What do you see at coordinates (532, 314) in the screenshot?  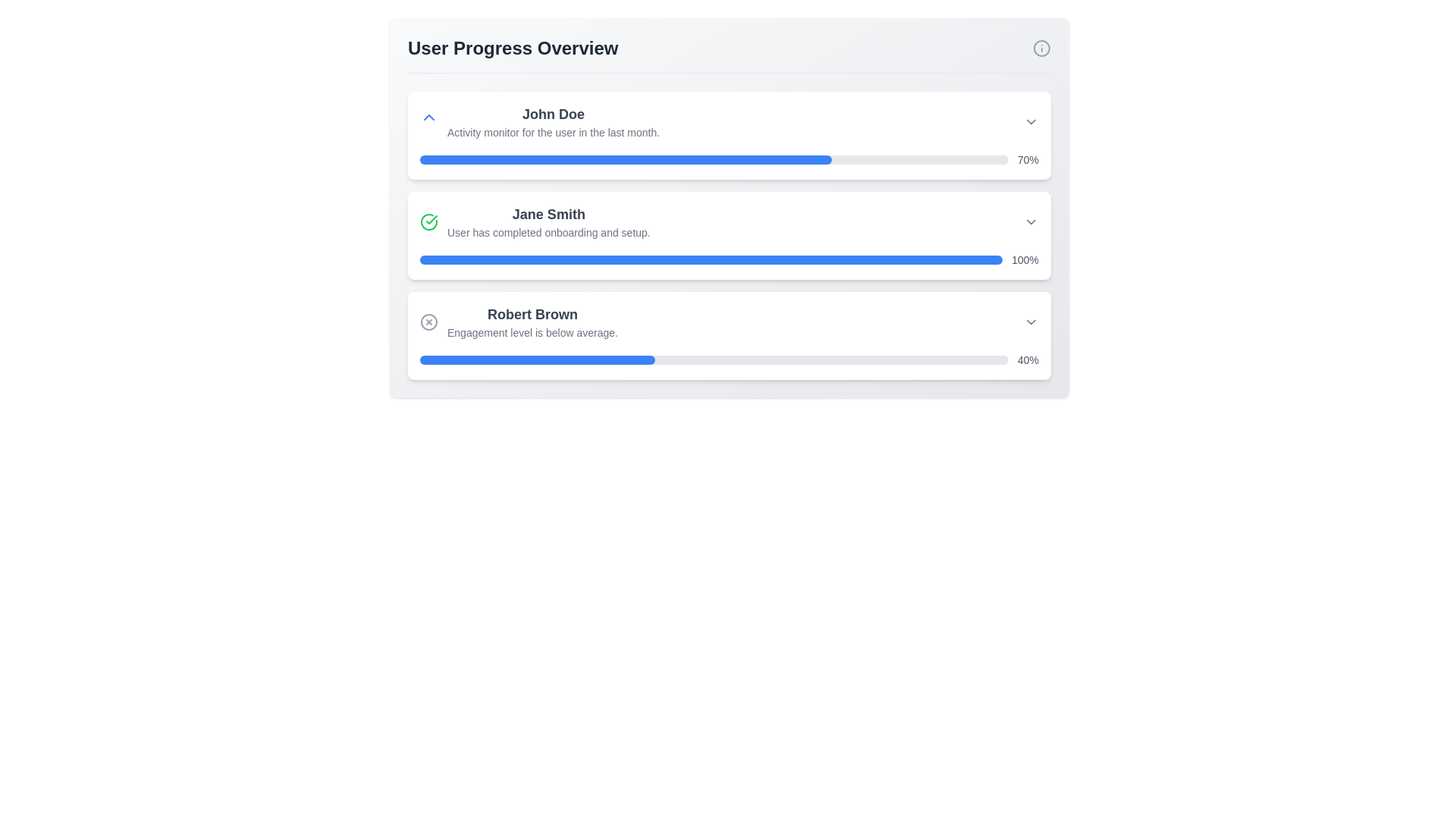 I see `the user's name text, which is centrally located within a box containing a progress bar and status text, serving as an identifier for a progress entry` at bounding box center [532, 314].